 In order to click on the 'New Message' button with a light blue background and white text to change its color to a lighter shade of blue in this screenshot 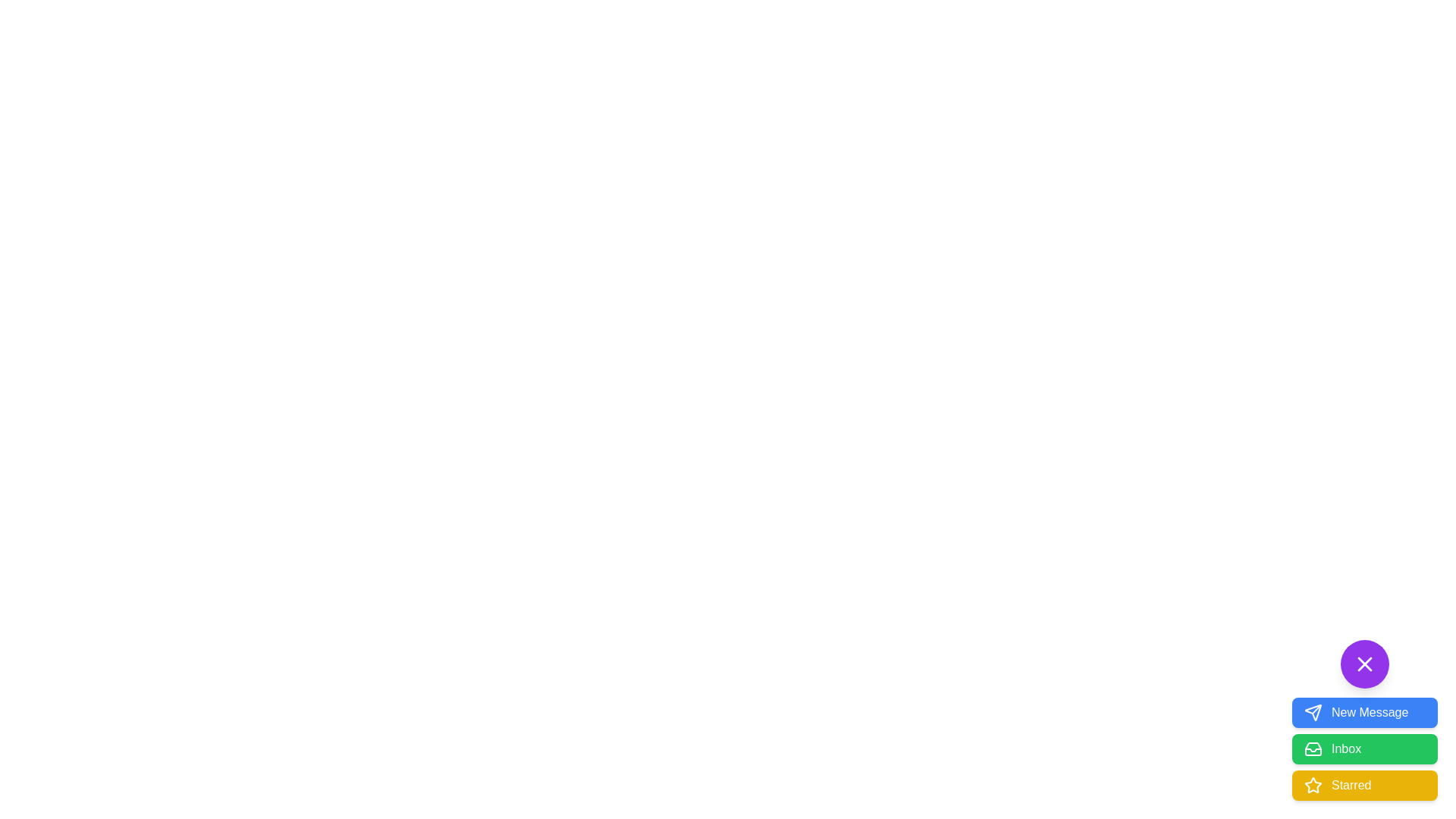, I will do `click(1365, 713)`.